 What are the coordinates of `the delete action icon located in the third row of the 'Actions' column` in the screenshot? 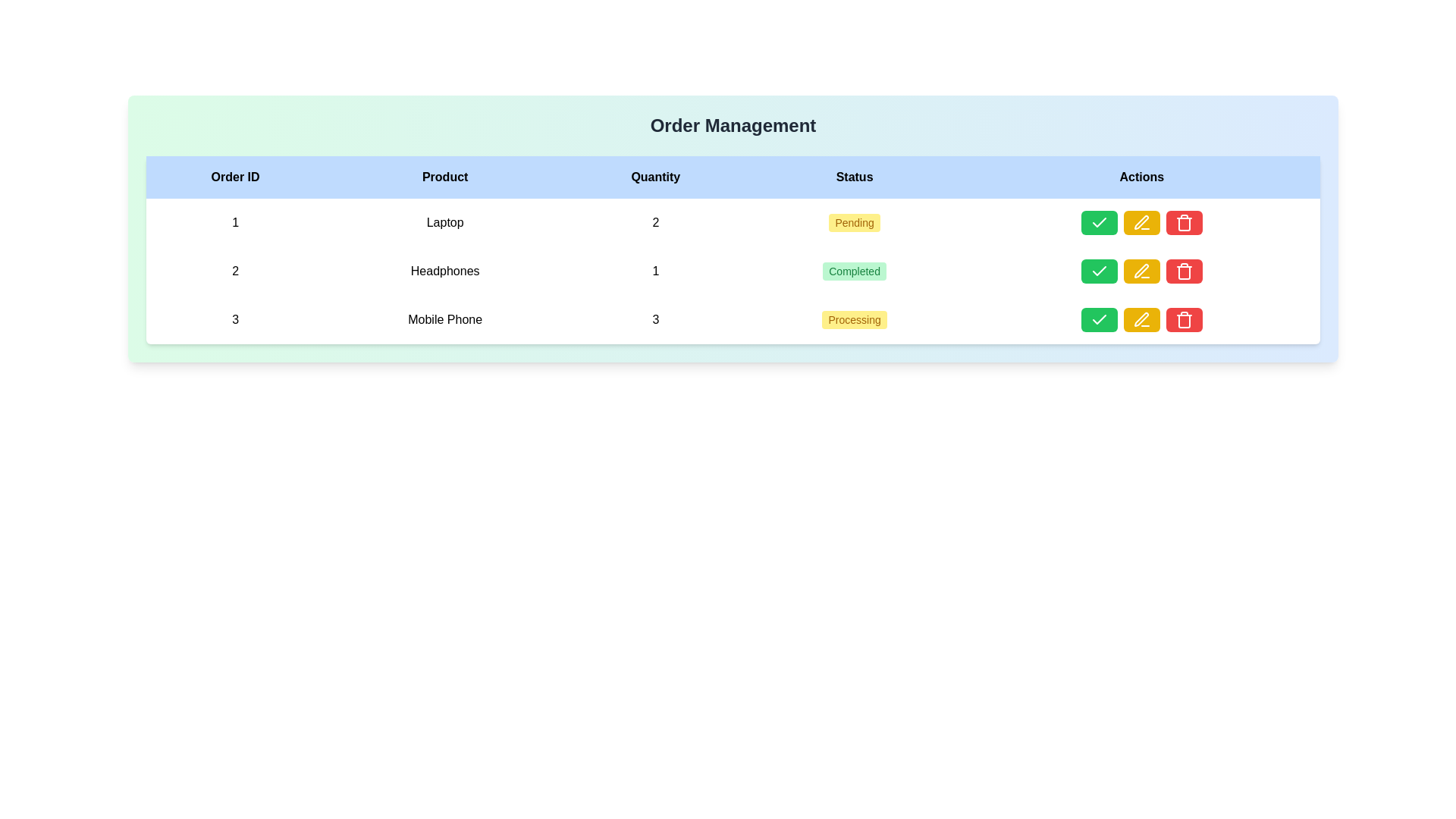 It's located at (1183, 222).